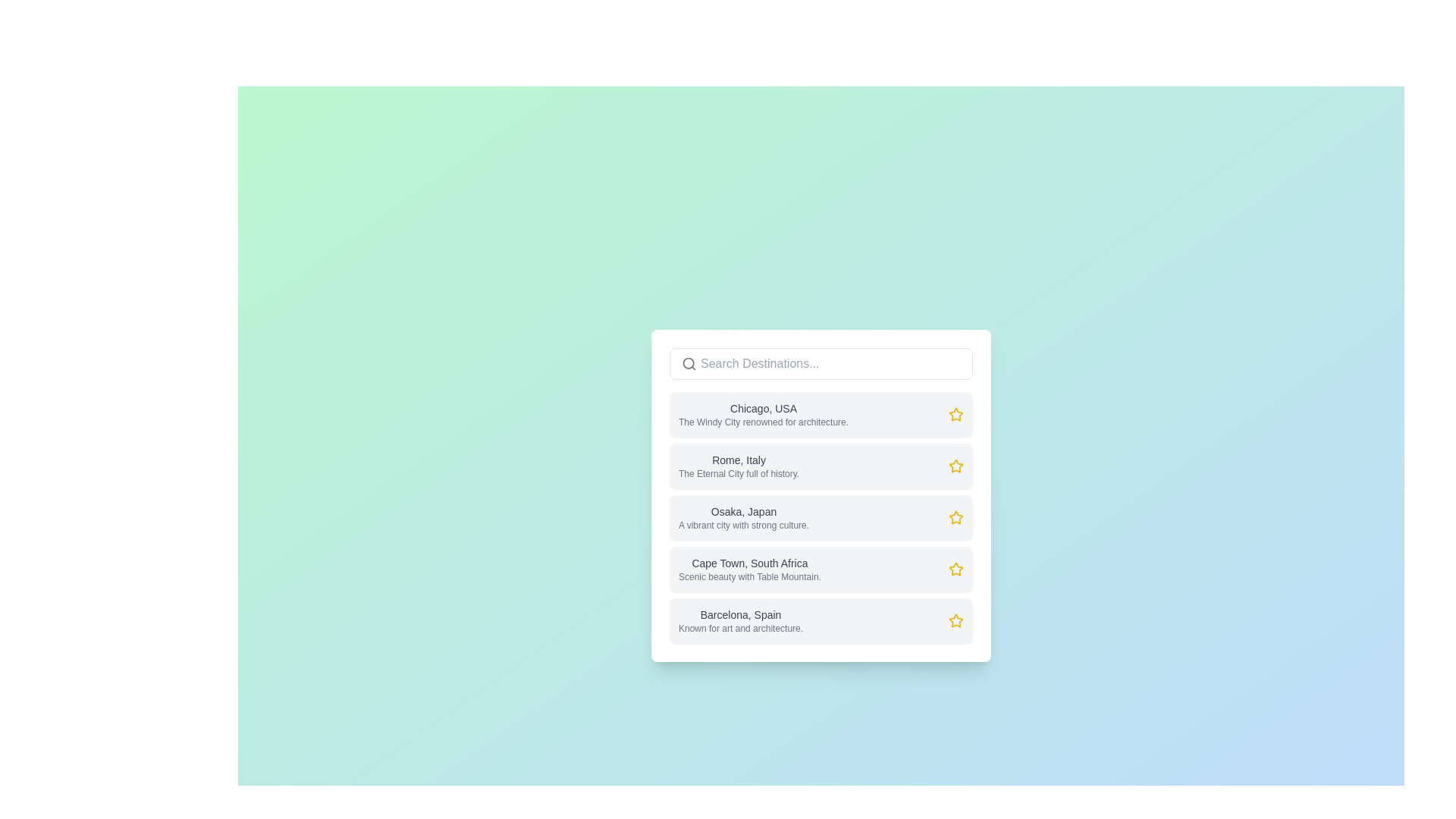  Describe the element at coordinates (955, 620) in the screenshot. I see `the star icon located at the bottommost list item of destination entries` at that location.